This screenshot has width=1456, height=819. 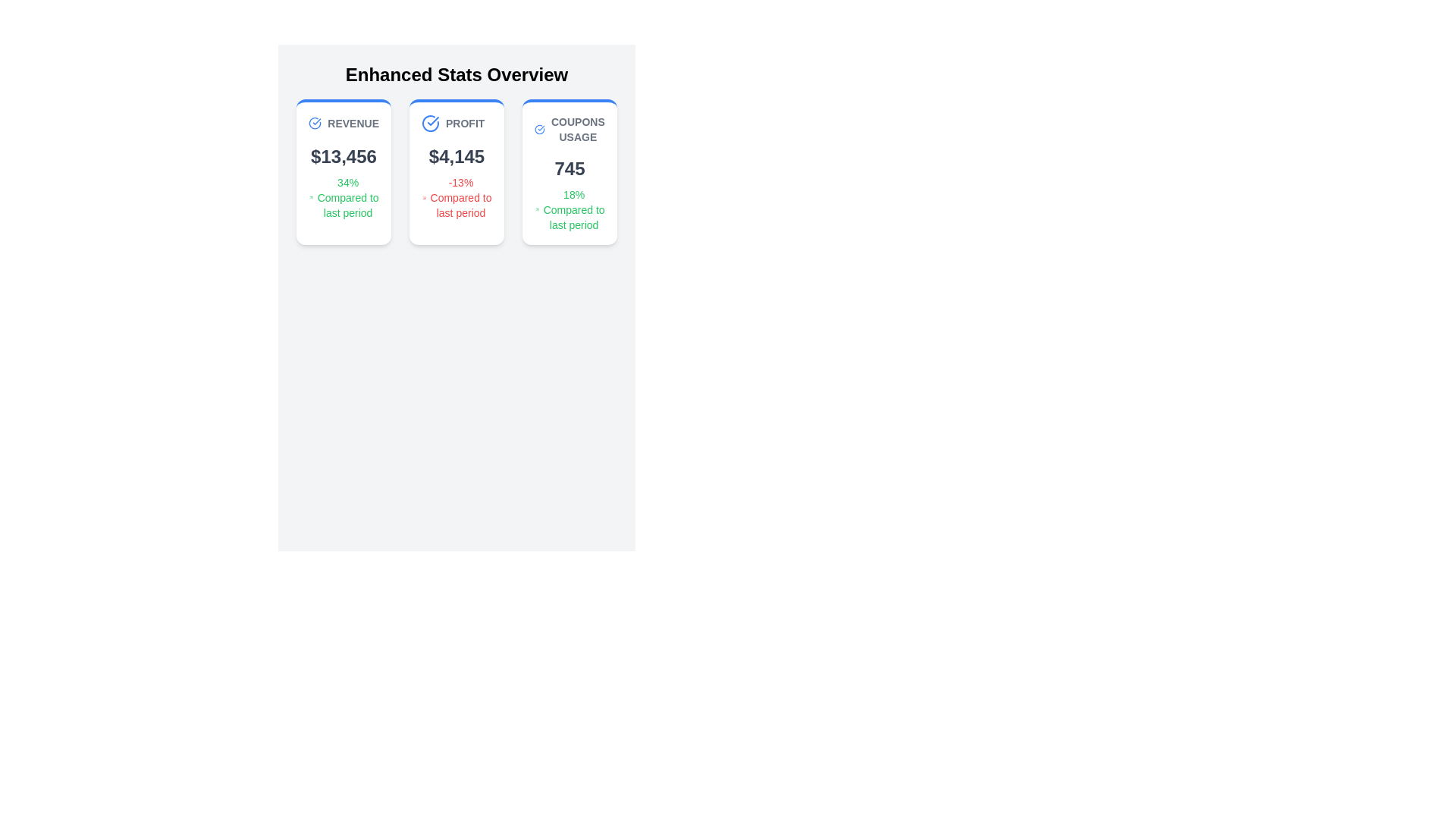 What do you see at coordinates (343, 122) in the screenshot?
I see `the text that labels the card indicating 'Revenue', located at the top section of the leftmost card, above the value '$13,456' with a blue circled checkmark icon to the left` at bounding box center [343, 122].